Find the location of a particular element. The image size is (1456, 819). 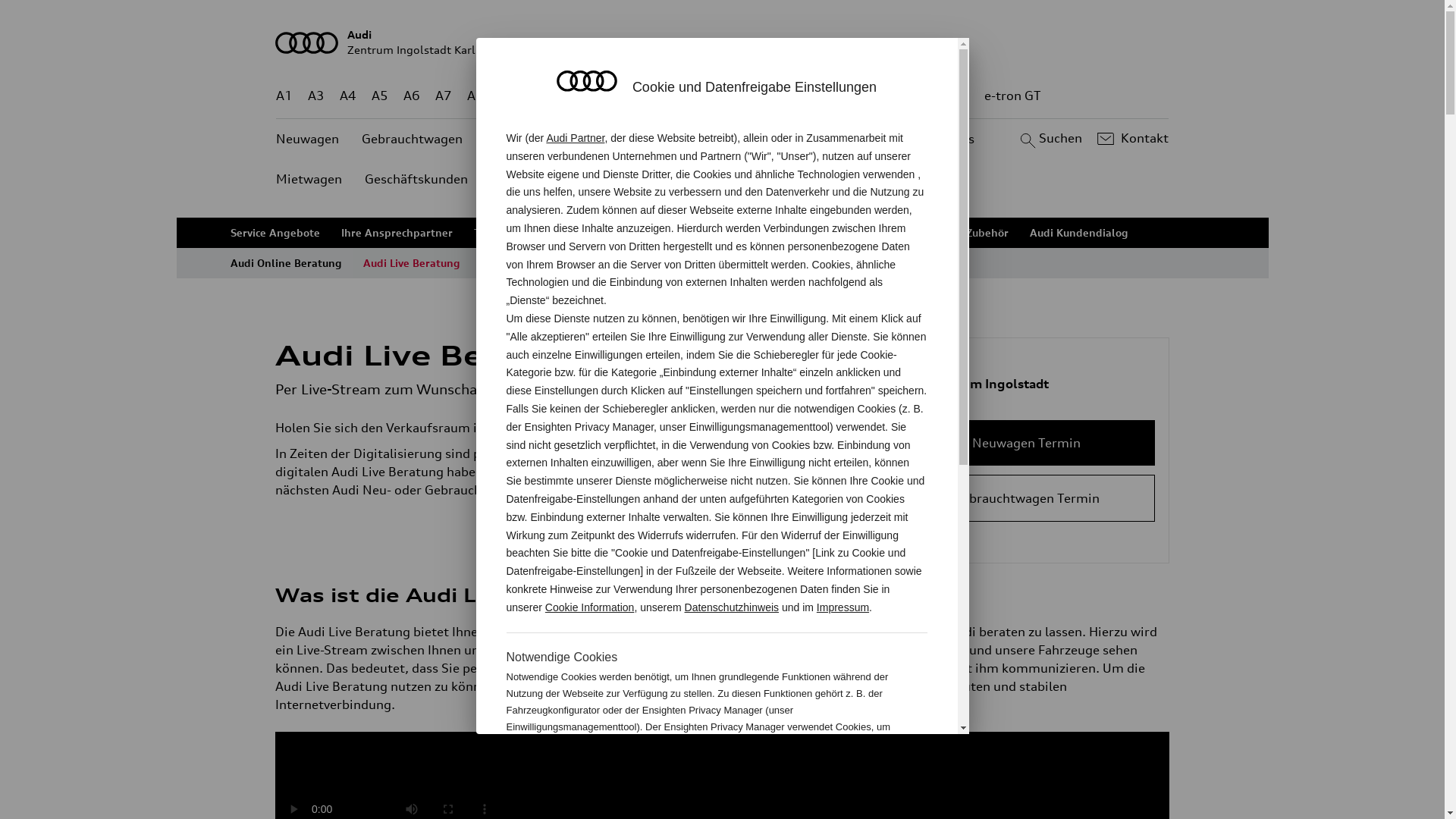

'Q3' is located at coordinates (531, 96).